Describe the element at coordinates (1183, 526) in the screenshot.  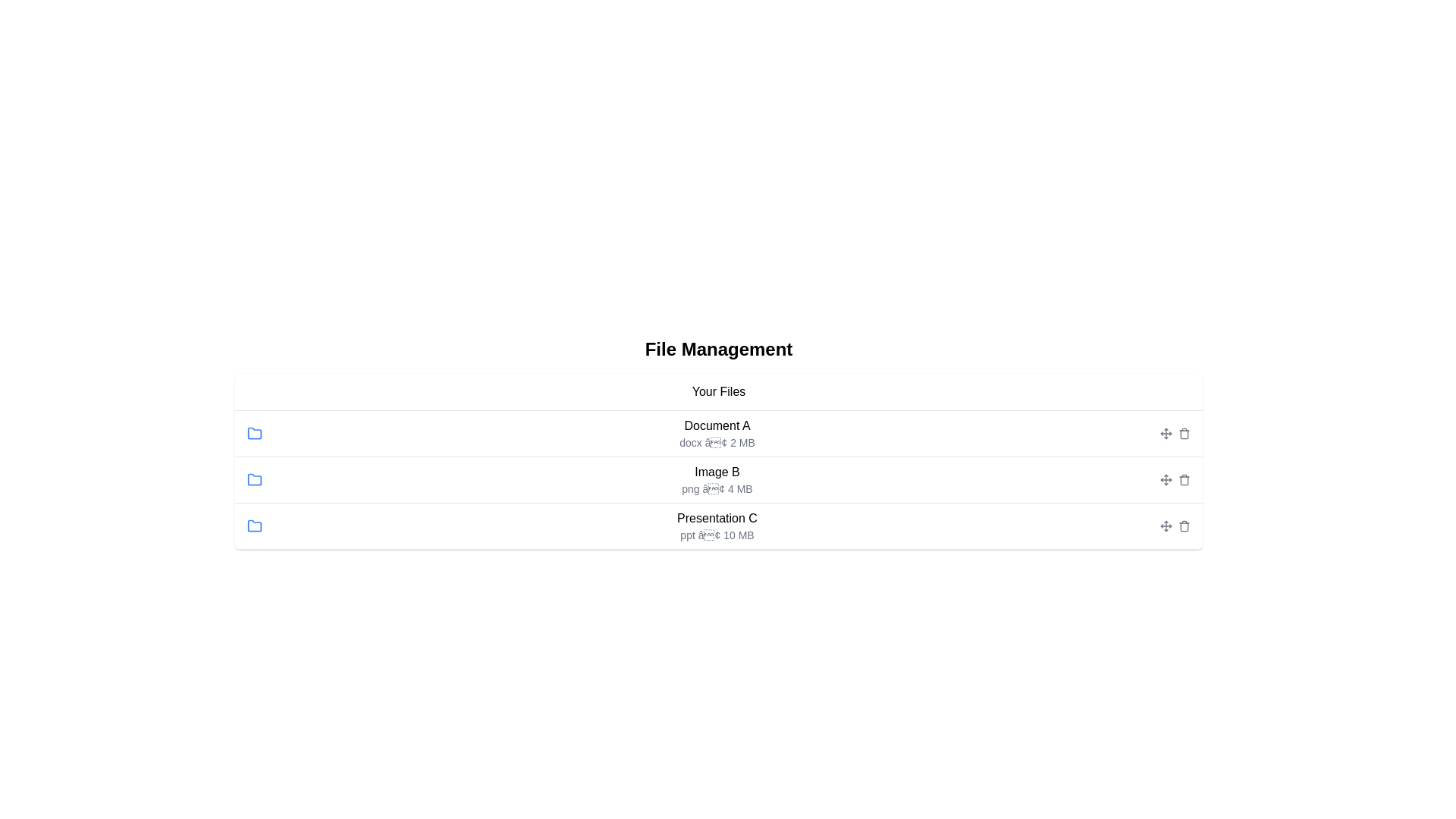
I see `the trash bin icon, which is the last interactive icon in the rightmost column of the third row in a table-like layout` at that location.